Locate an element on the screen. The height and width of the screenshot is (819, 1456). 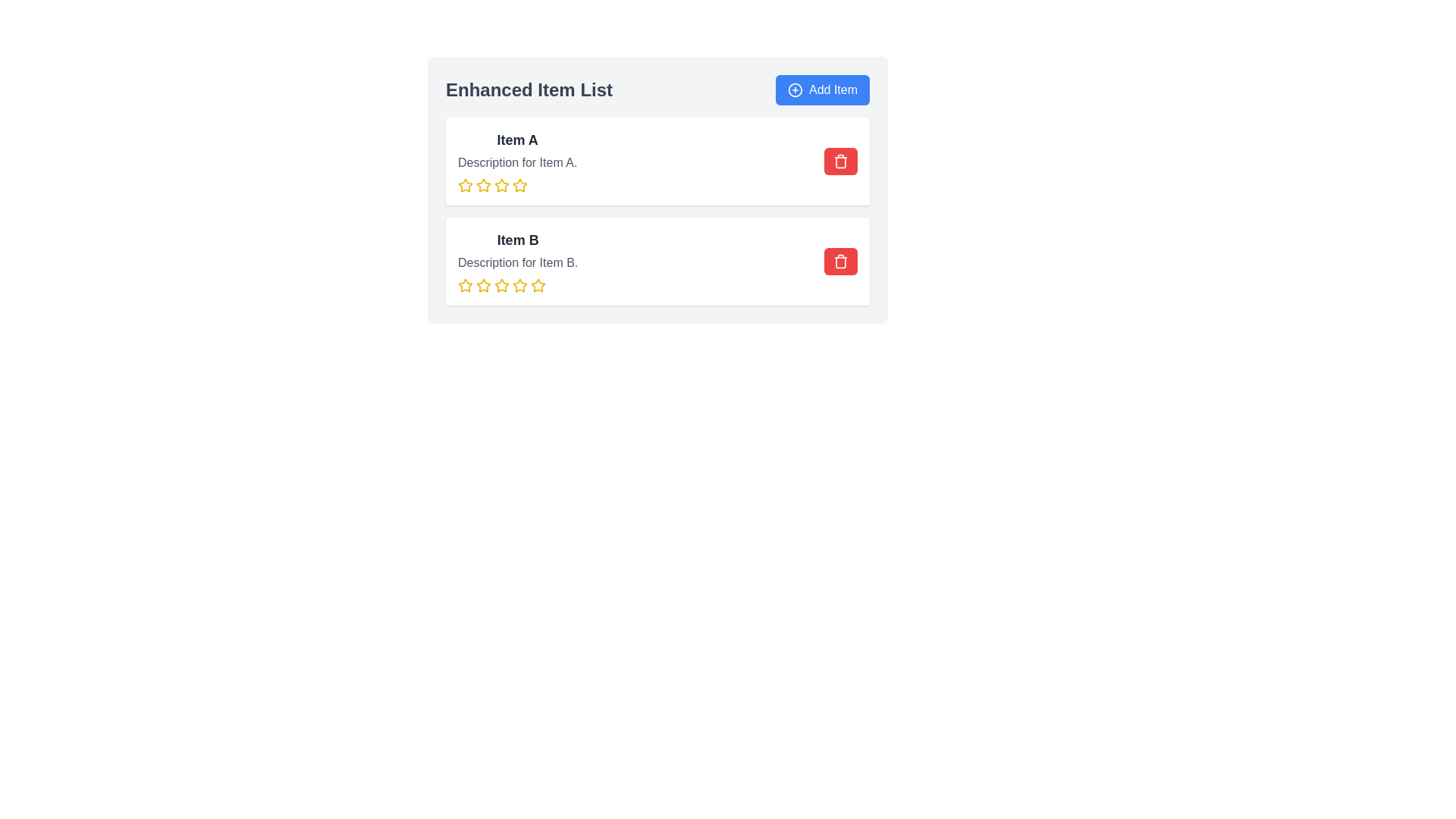
the trash icon located on the right side of the row for 'Item A' in the list of items, which serves as a visual indicator for the delete action is located at coordinates (839, 260).